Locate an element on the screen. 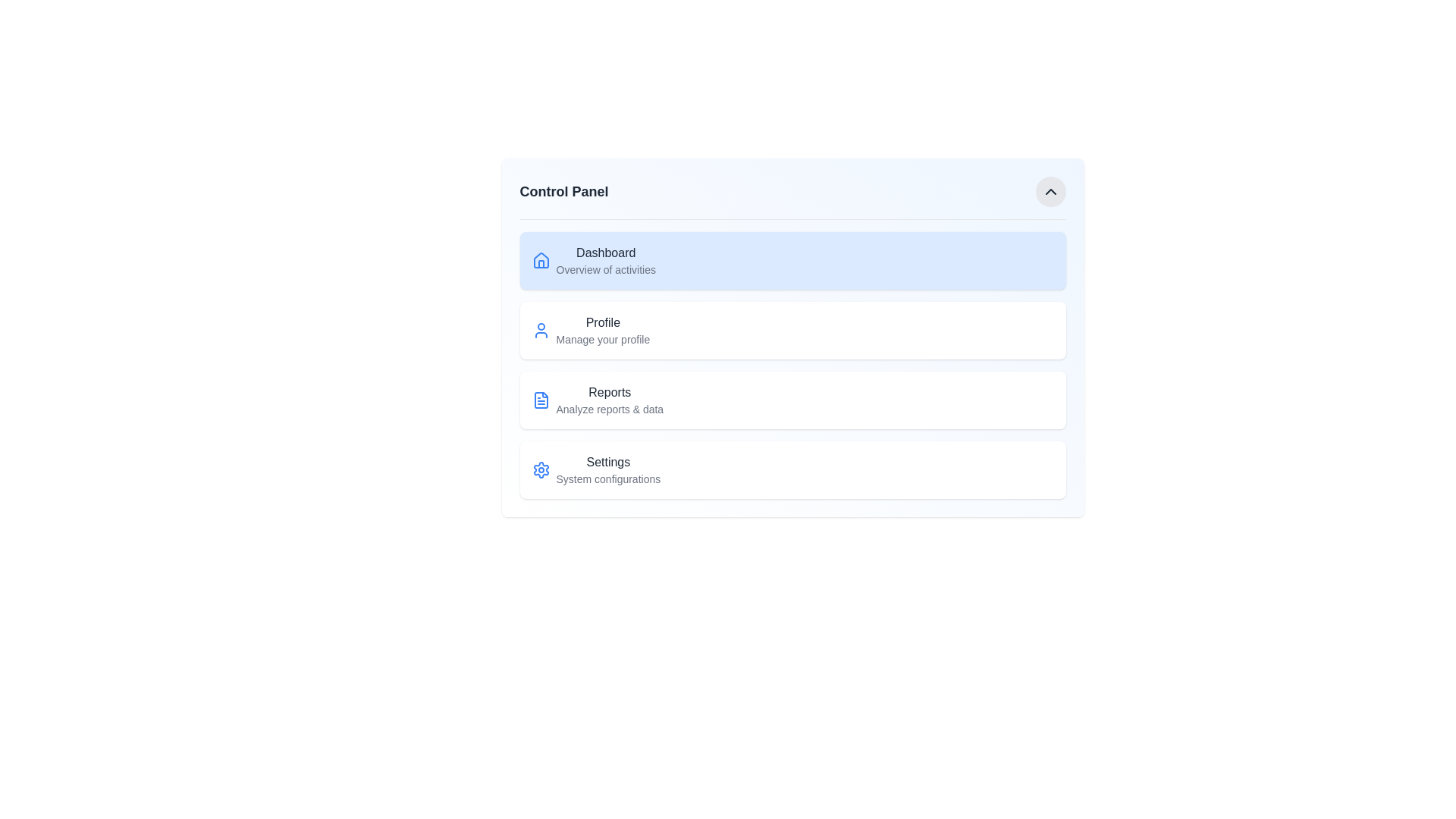 The height and width of the screenshot is (819, 1456). the circular button with a light gray background and a black upward-facing chevron icon located is located at coordinates (1050, 191).